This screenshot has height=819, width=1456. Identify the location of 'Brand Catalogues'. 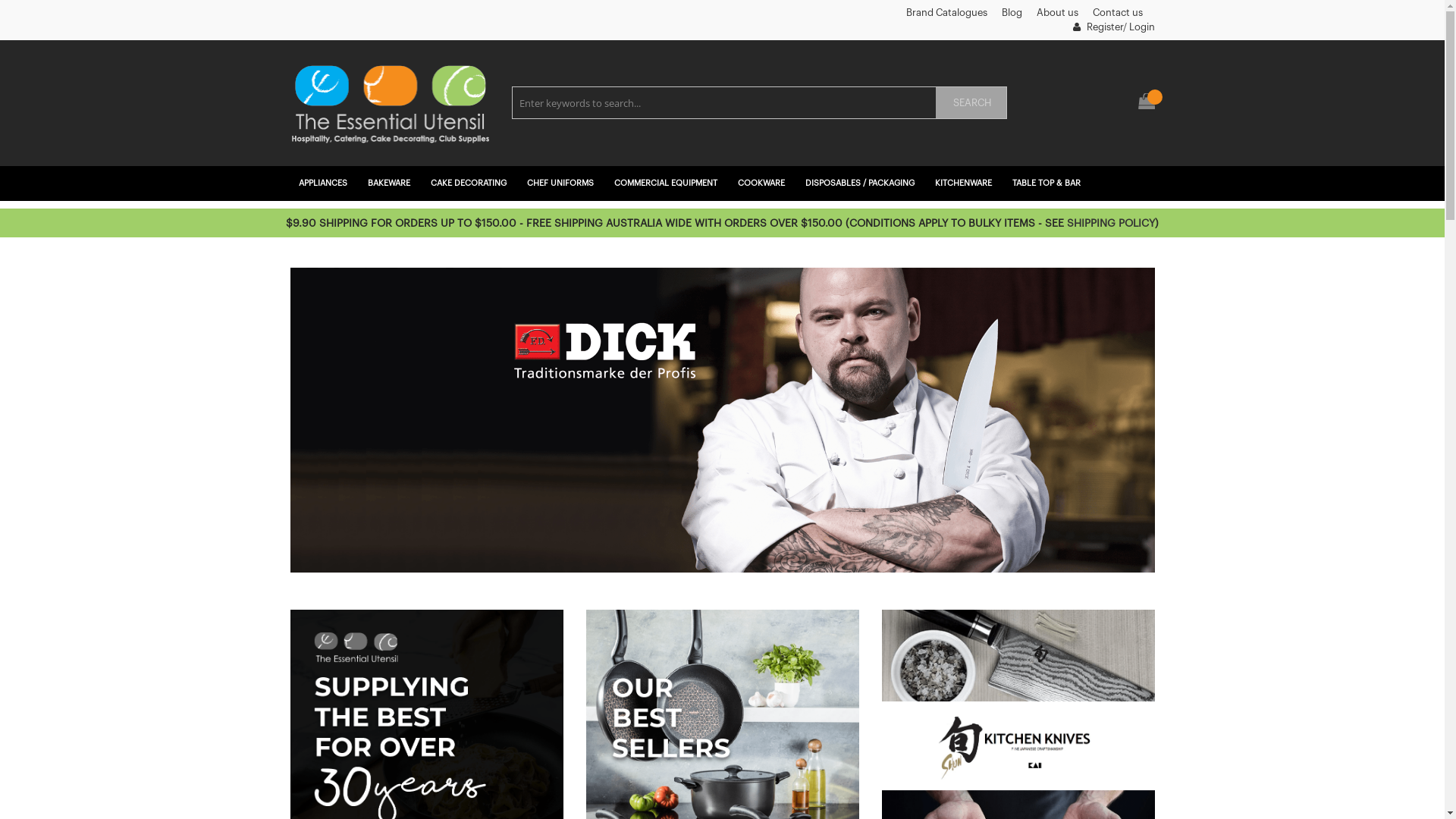
(945, 12).